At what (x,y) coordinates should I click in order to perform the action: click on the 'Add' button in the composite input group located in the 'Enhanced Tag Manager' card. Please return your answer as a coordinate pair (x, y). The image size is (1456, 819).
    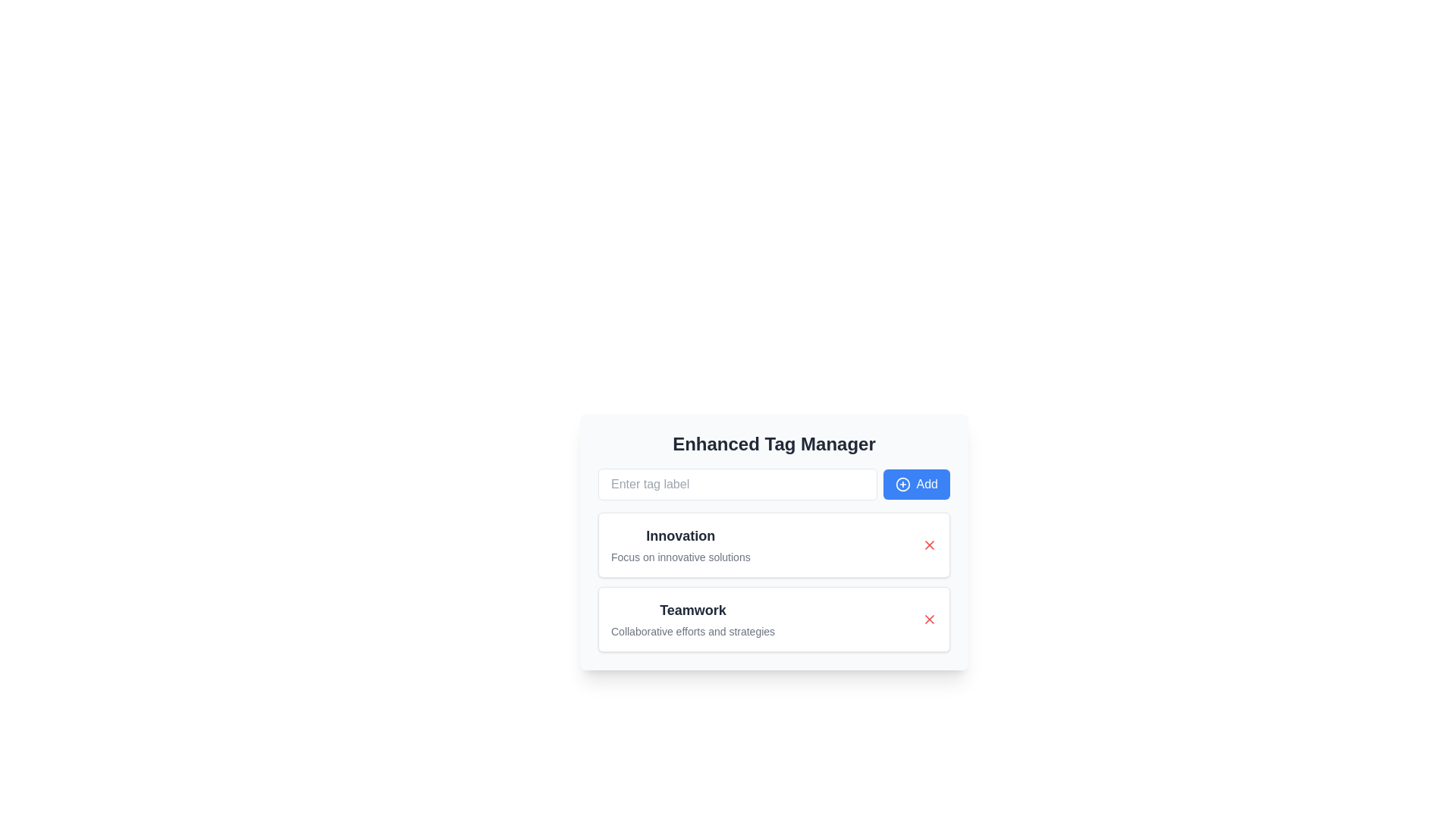
    Looking at the image, I should click on (774, 485).